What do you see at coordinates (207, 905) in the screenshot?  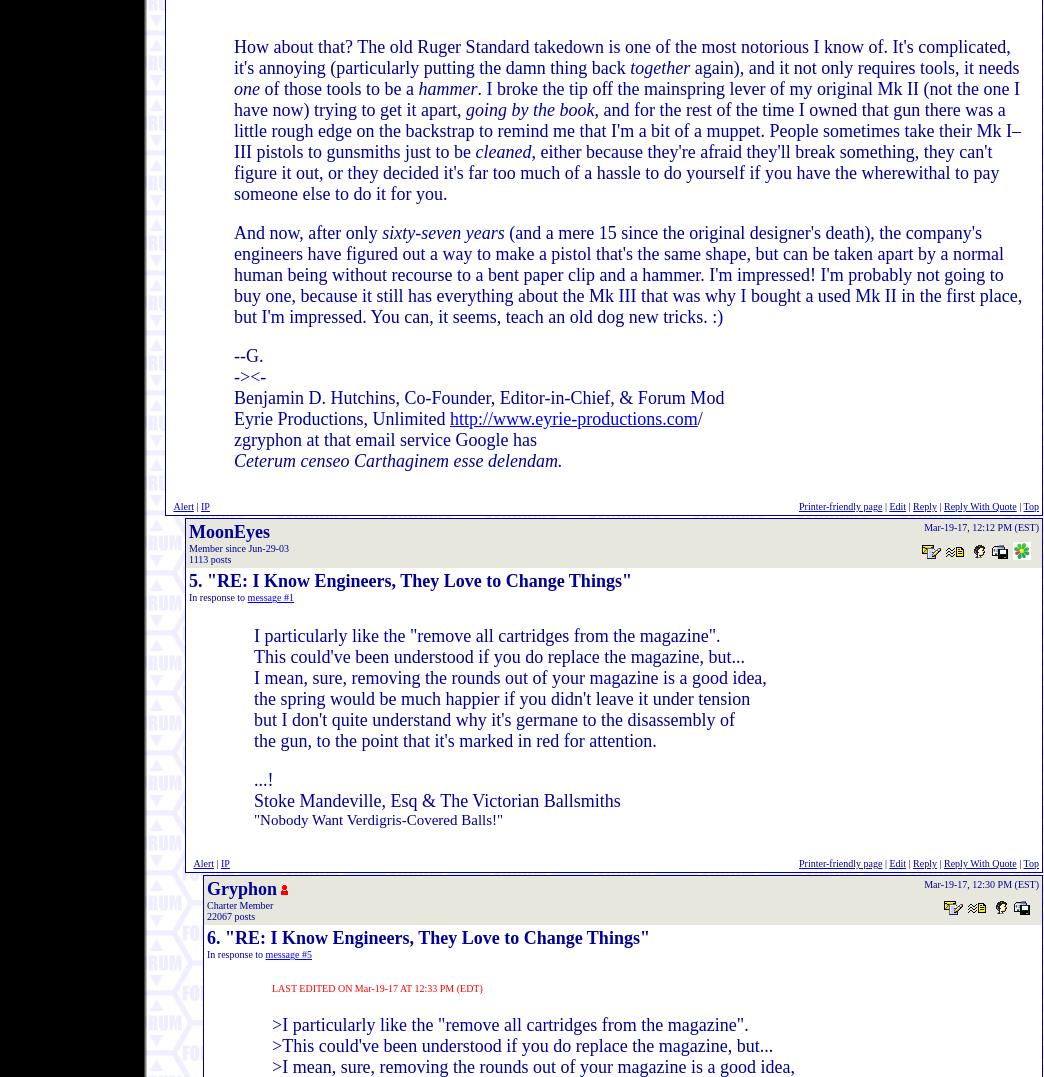 I see `'Charter Member'` at bounding box center [207, 905].